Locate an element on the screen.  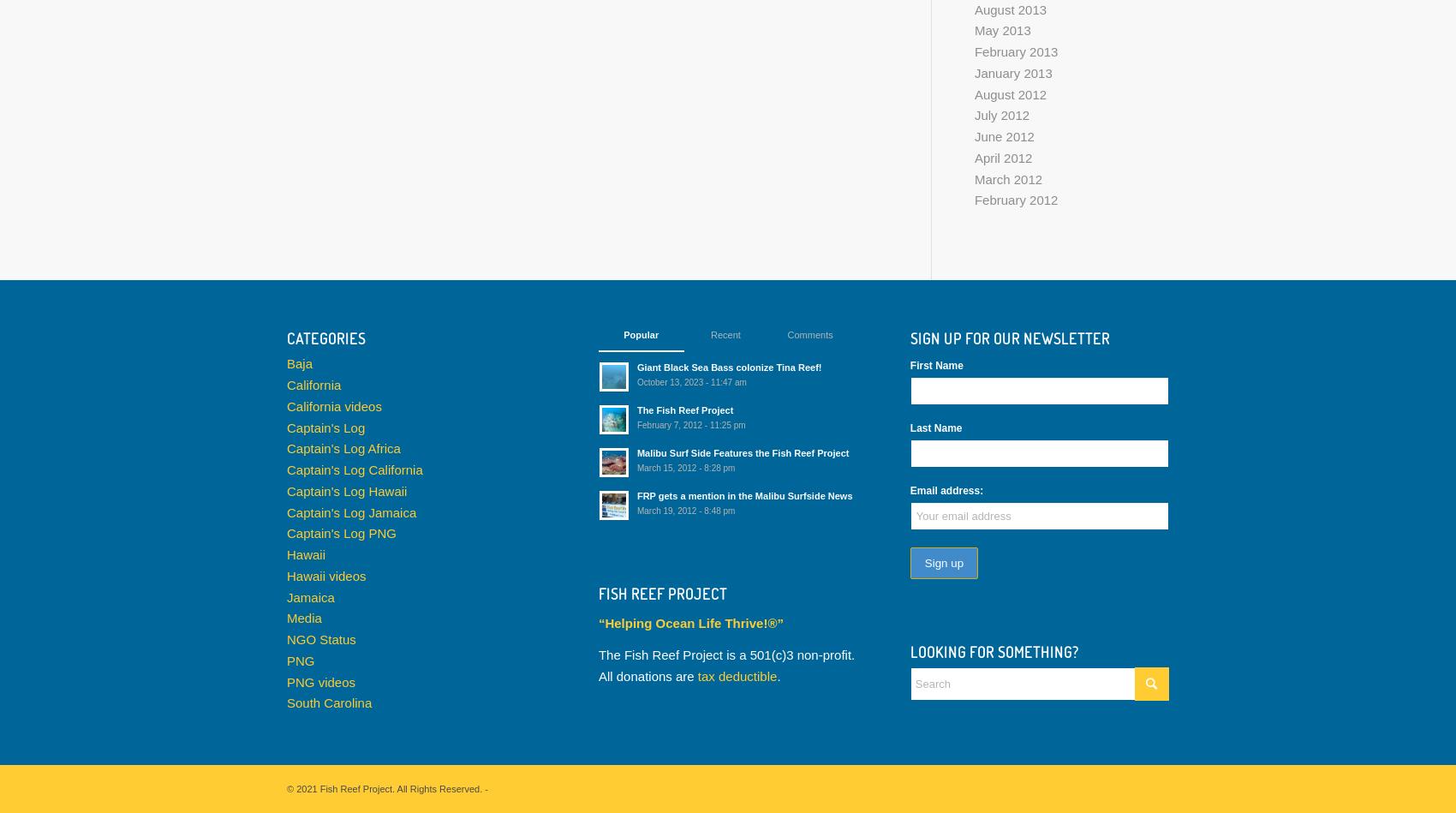
'September 4, 2023 - 7:40 am' is located at coordinates (1001, 448).